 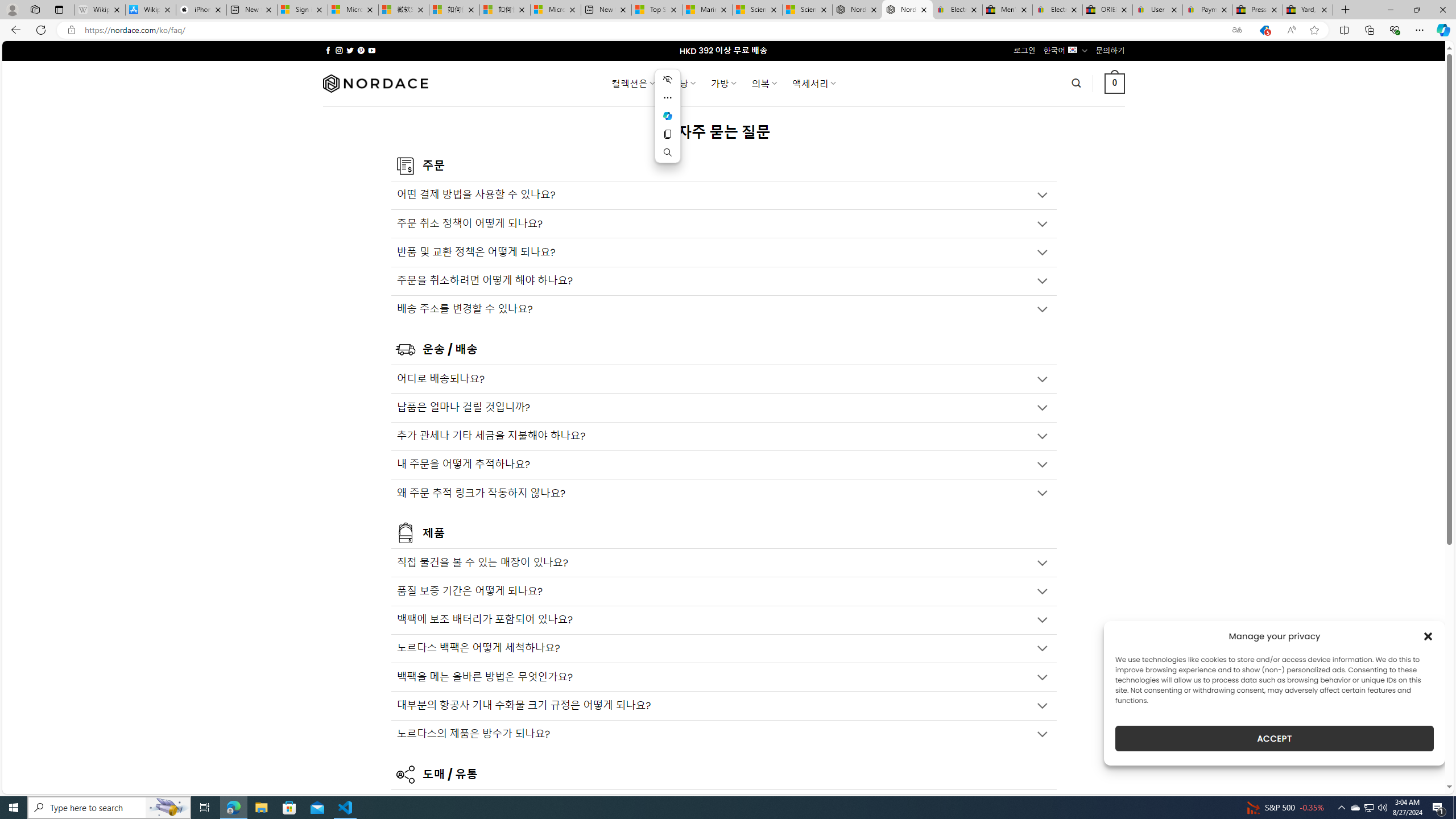 I want to click on 'ACCEPT', so click(x=1275, y=738).